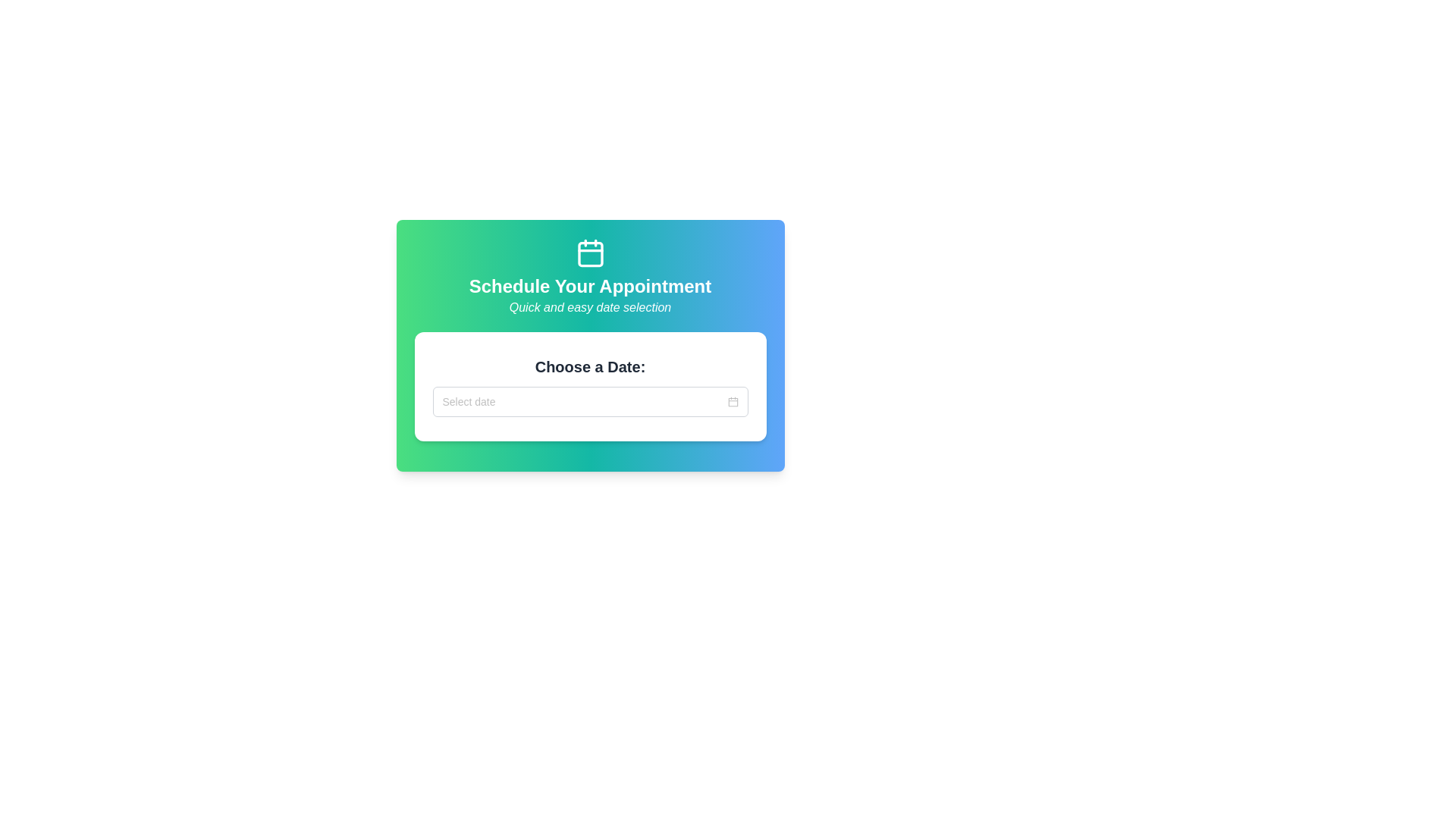 This screenshot has height=819, width=1456. What do you see at coordinates (589, 253) in the screenshot?
I see `the Decorative Icon located at the center of the card above the text 'Schedule Your Appointment'` at bounding box center [589, 253].